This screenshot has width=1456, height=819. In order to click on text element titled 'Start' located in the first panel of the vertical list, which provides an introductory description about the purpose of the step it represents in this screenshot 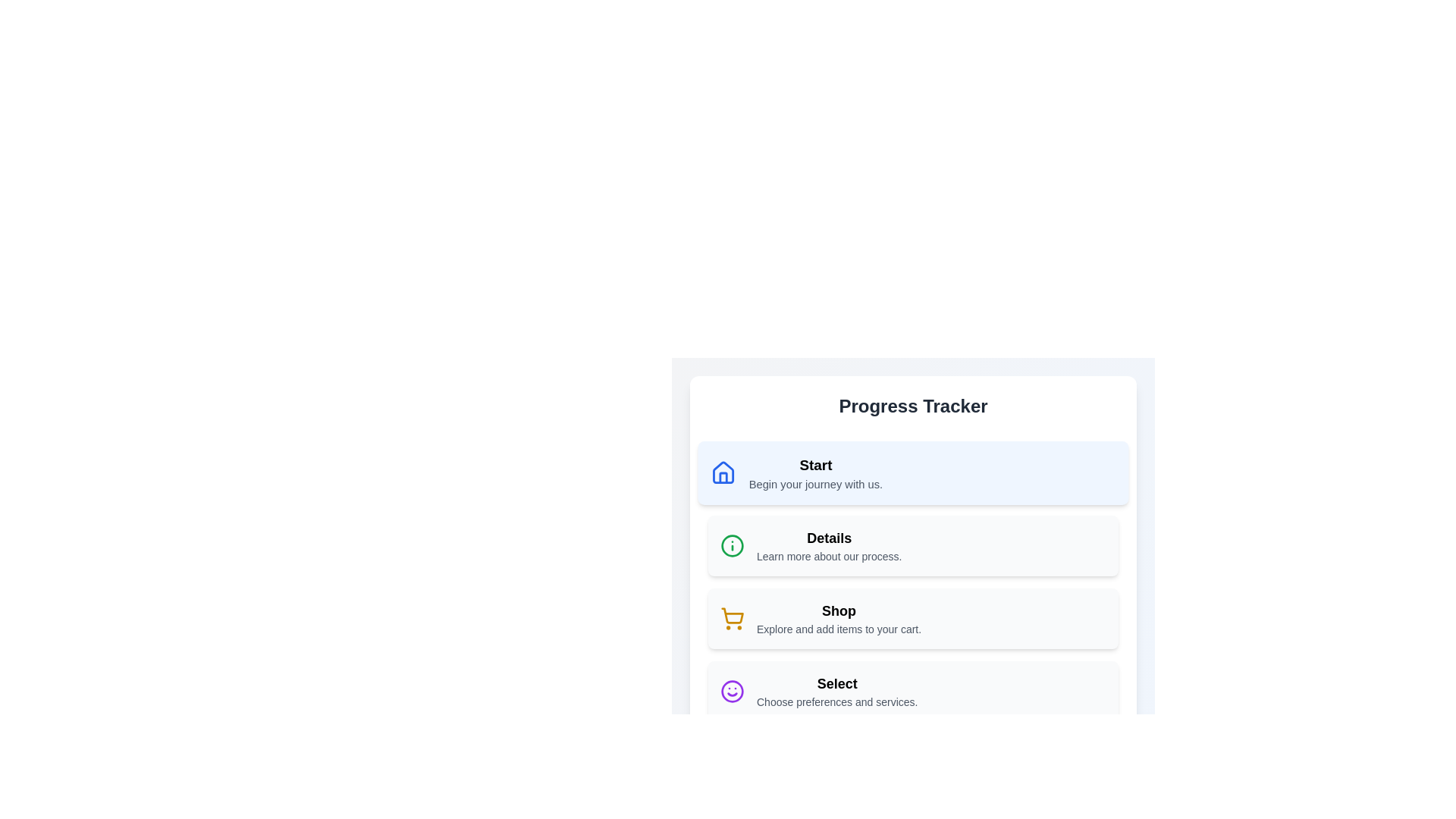, I will do `click(814, 472)`.